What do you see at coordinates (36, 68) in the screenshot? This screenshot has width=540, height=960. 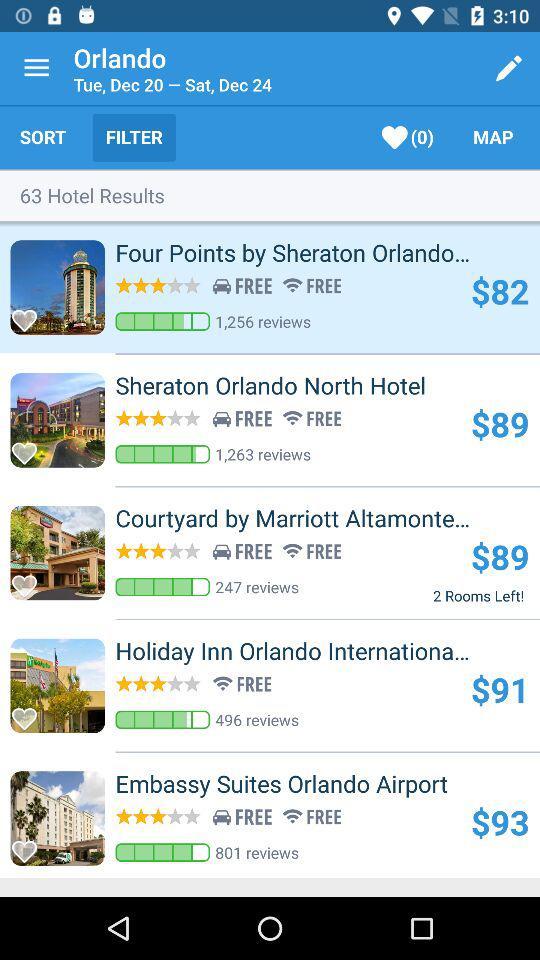 I see `item to the left of orlando item` at bounding box center [36, 68].